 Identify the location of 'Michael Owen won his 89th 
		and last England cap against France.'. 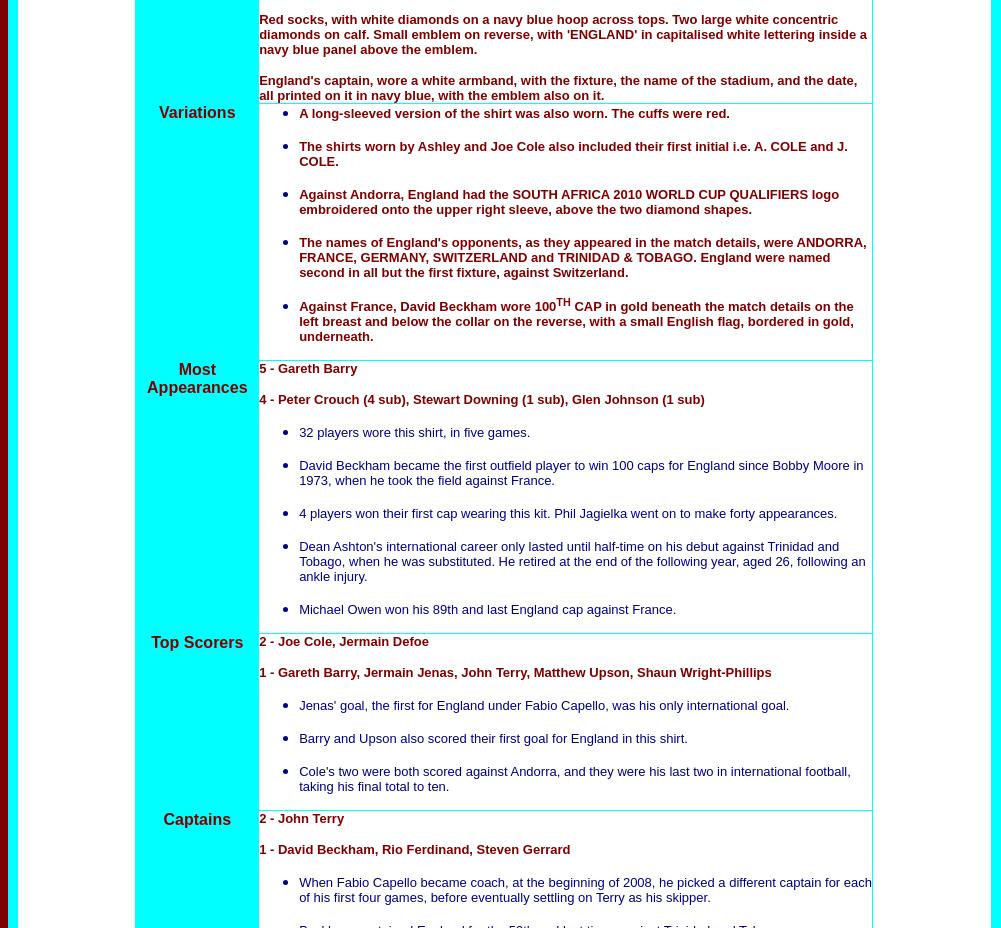
(487, 609).